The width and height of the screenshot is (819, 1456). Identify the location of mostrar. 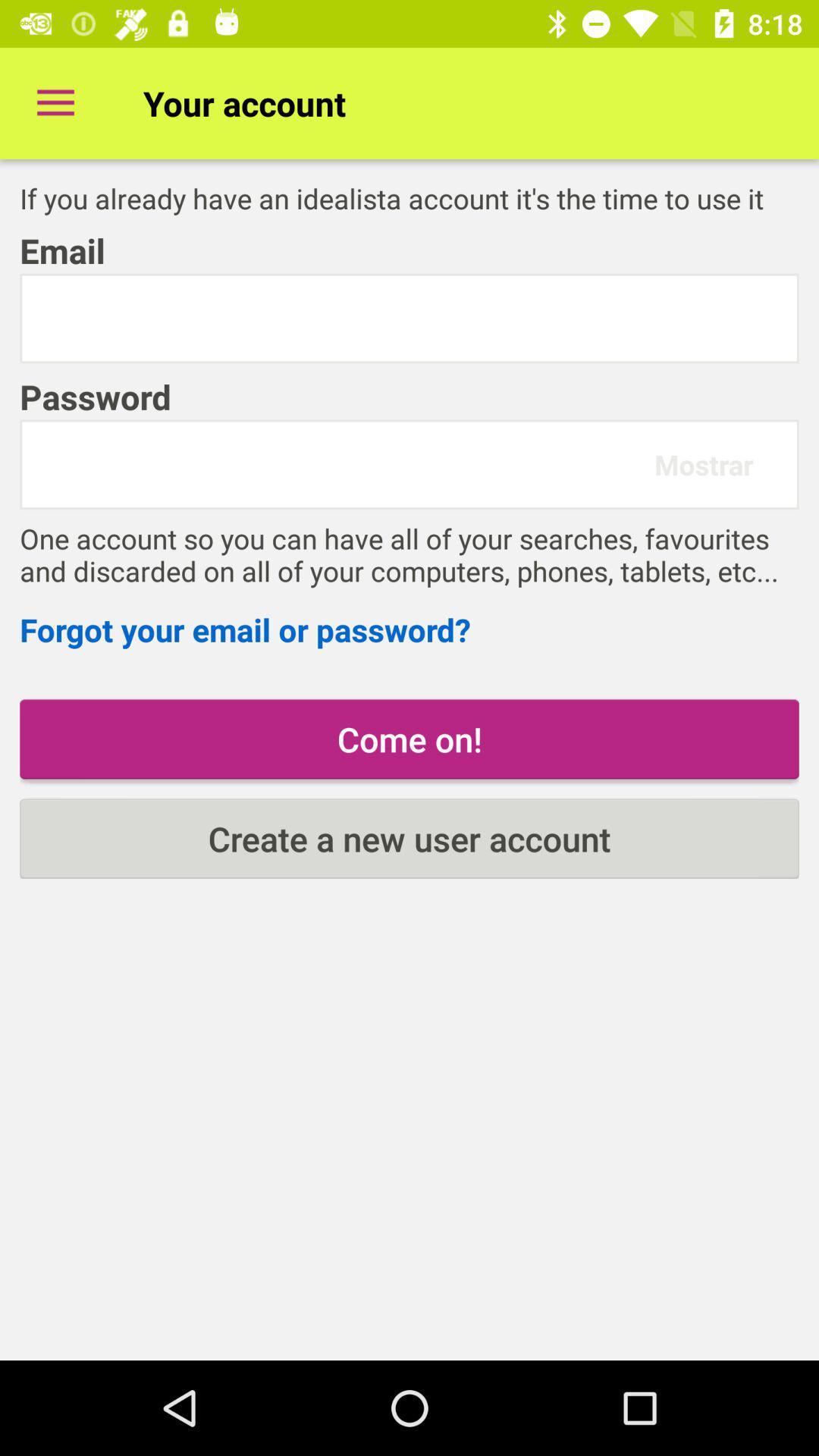
(704, 463).